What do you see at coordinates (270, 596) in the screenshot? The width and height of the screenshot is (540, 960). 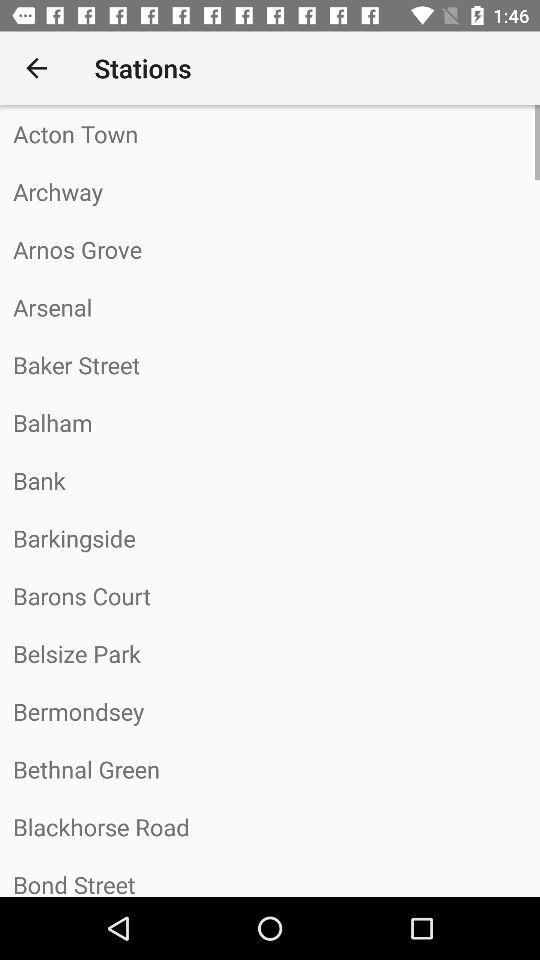 I see `the barons court icon` at bounding box center [270, 596].